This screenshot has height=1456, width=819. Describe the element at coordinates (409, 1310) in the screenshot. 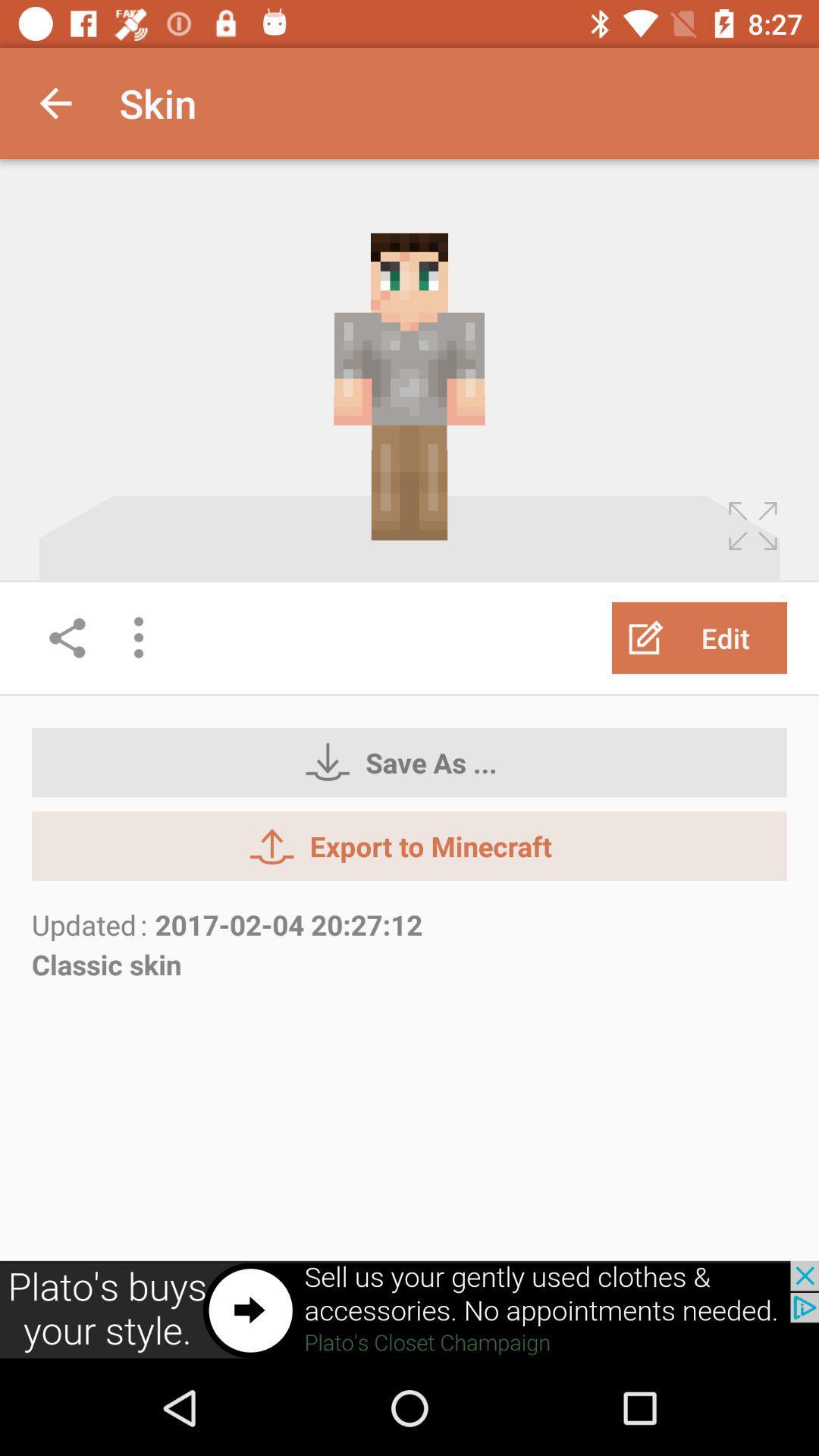

I see `open advertisement` at that location.